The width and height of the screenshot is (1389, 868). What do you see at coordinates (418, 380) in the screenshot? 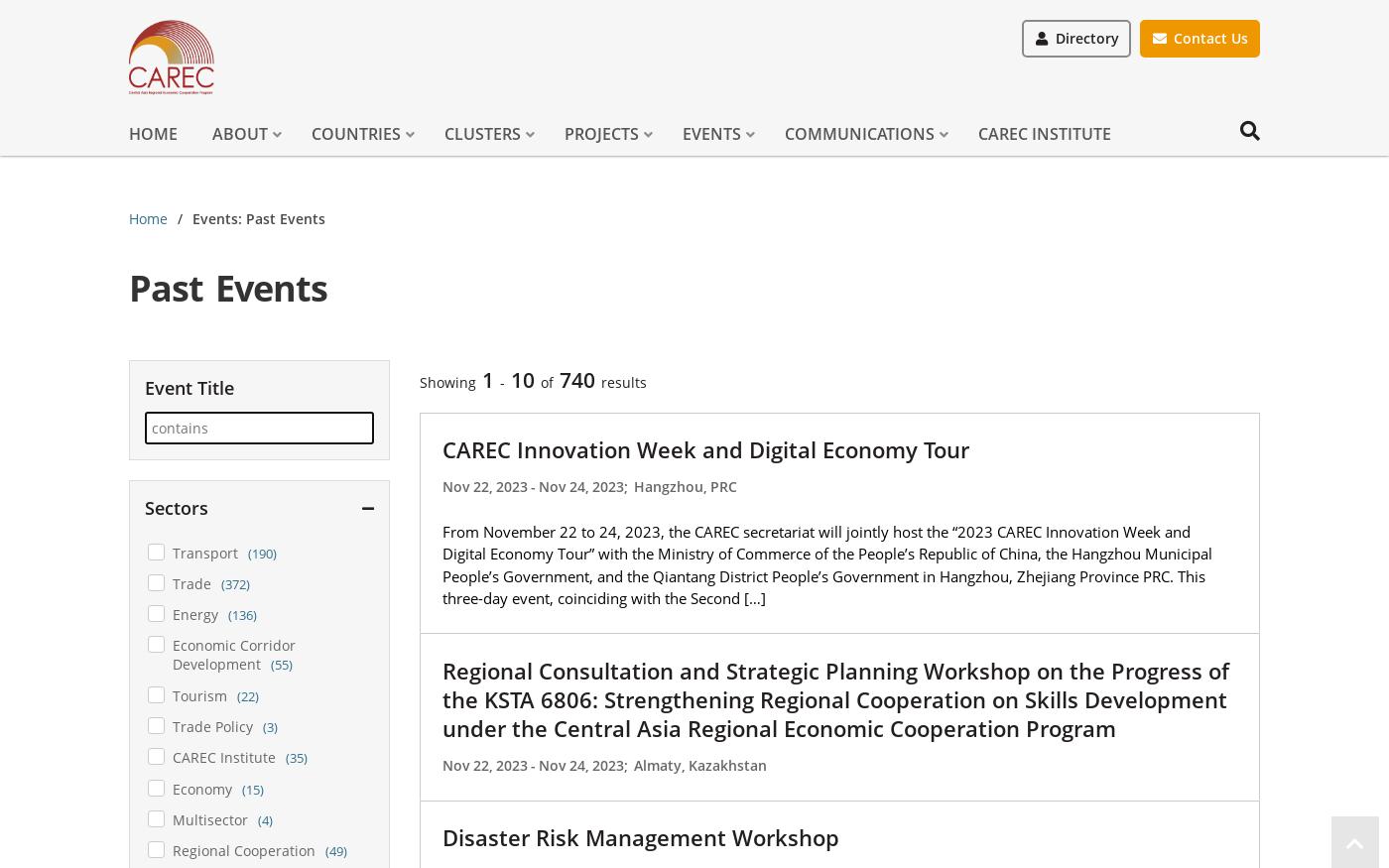
I see `'Showing'` at bounding box center [418, 380].